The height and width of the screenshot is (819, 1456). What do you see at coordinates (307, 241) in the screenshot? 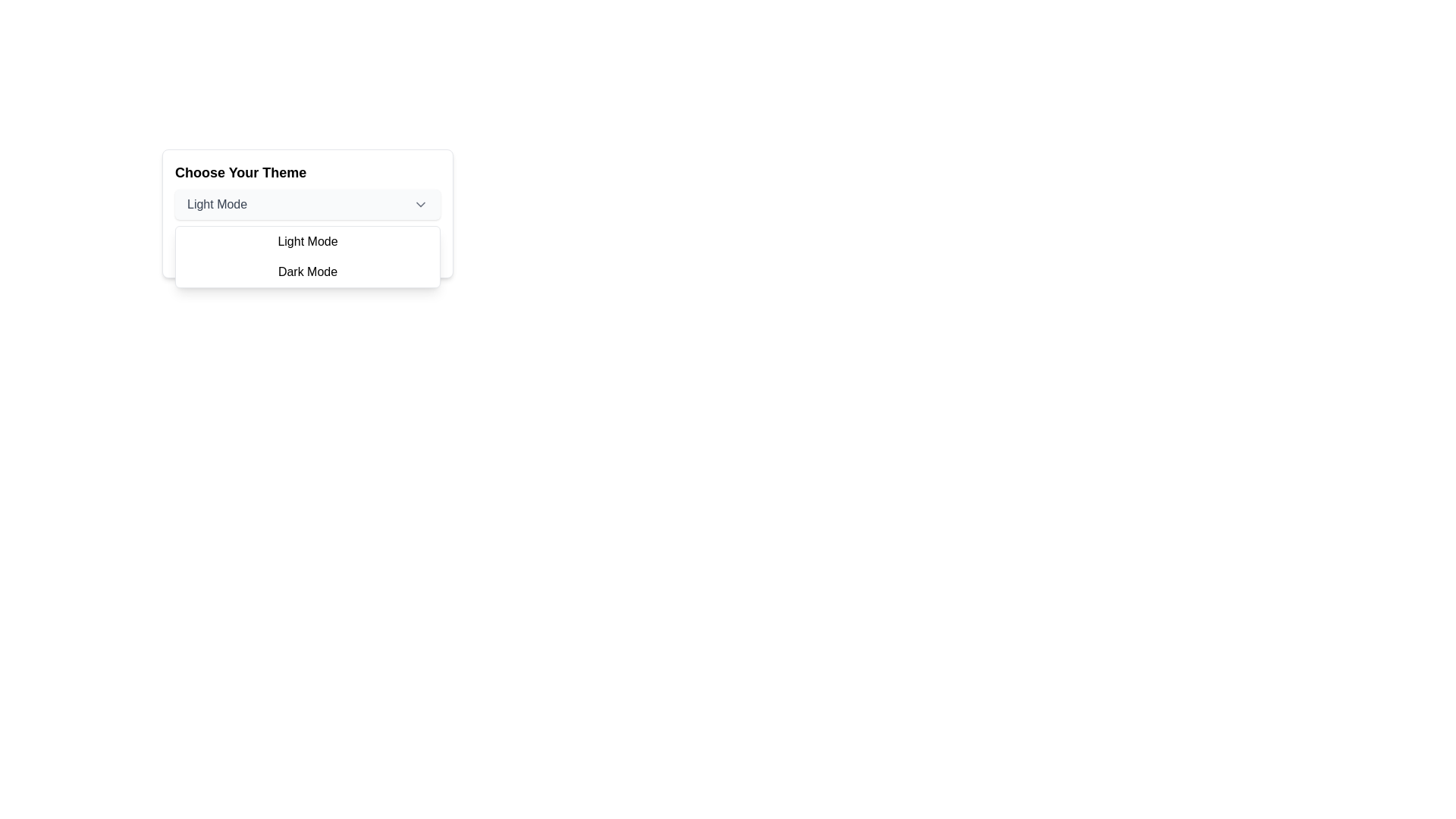
I see `the first option in the dropdown menu` at bounding box center [307, 241].